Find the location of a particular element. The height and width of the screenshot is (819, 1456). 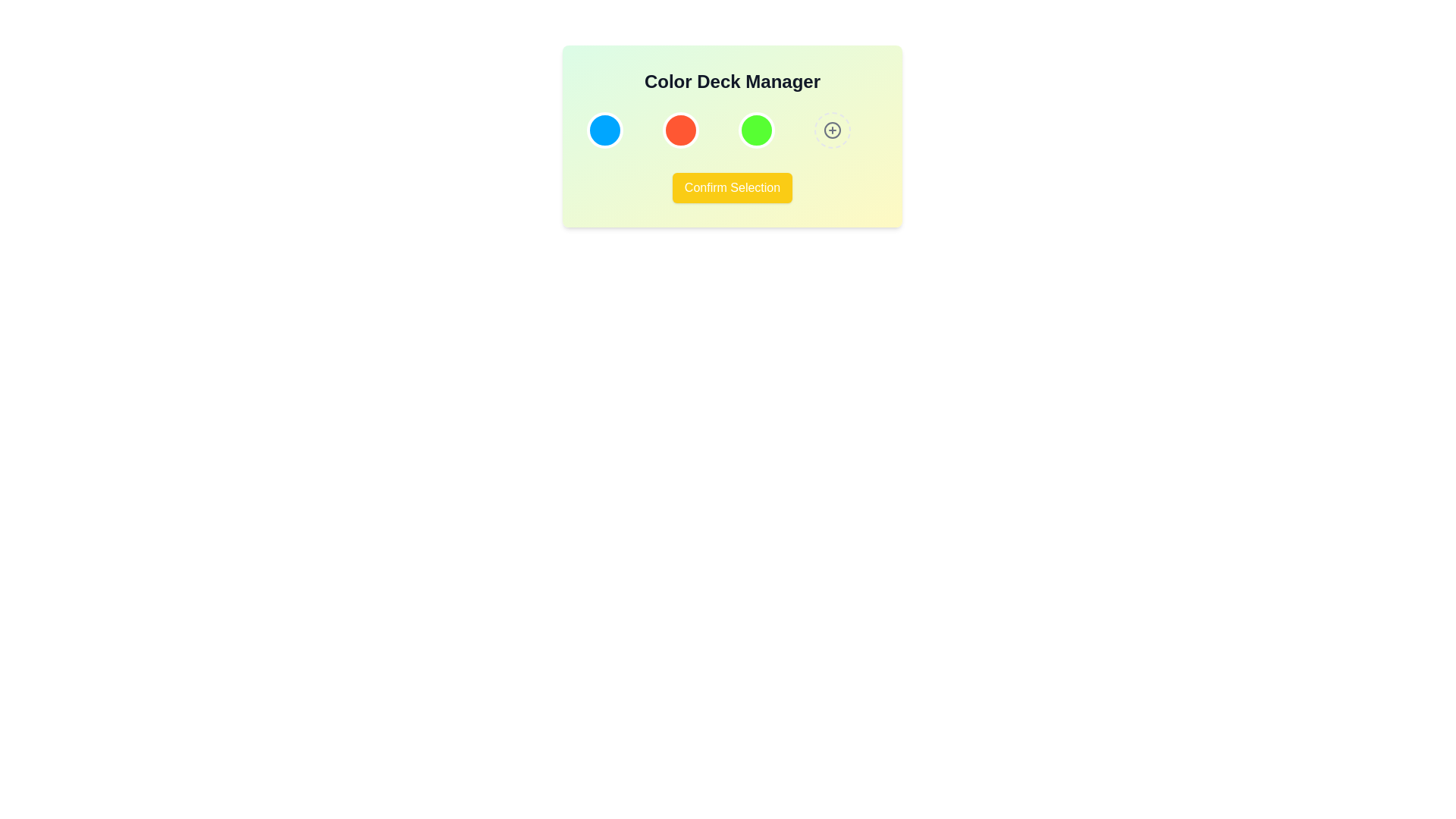

the fourth circular button on the far right is located at coordinates (832, 130).